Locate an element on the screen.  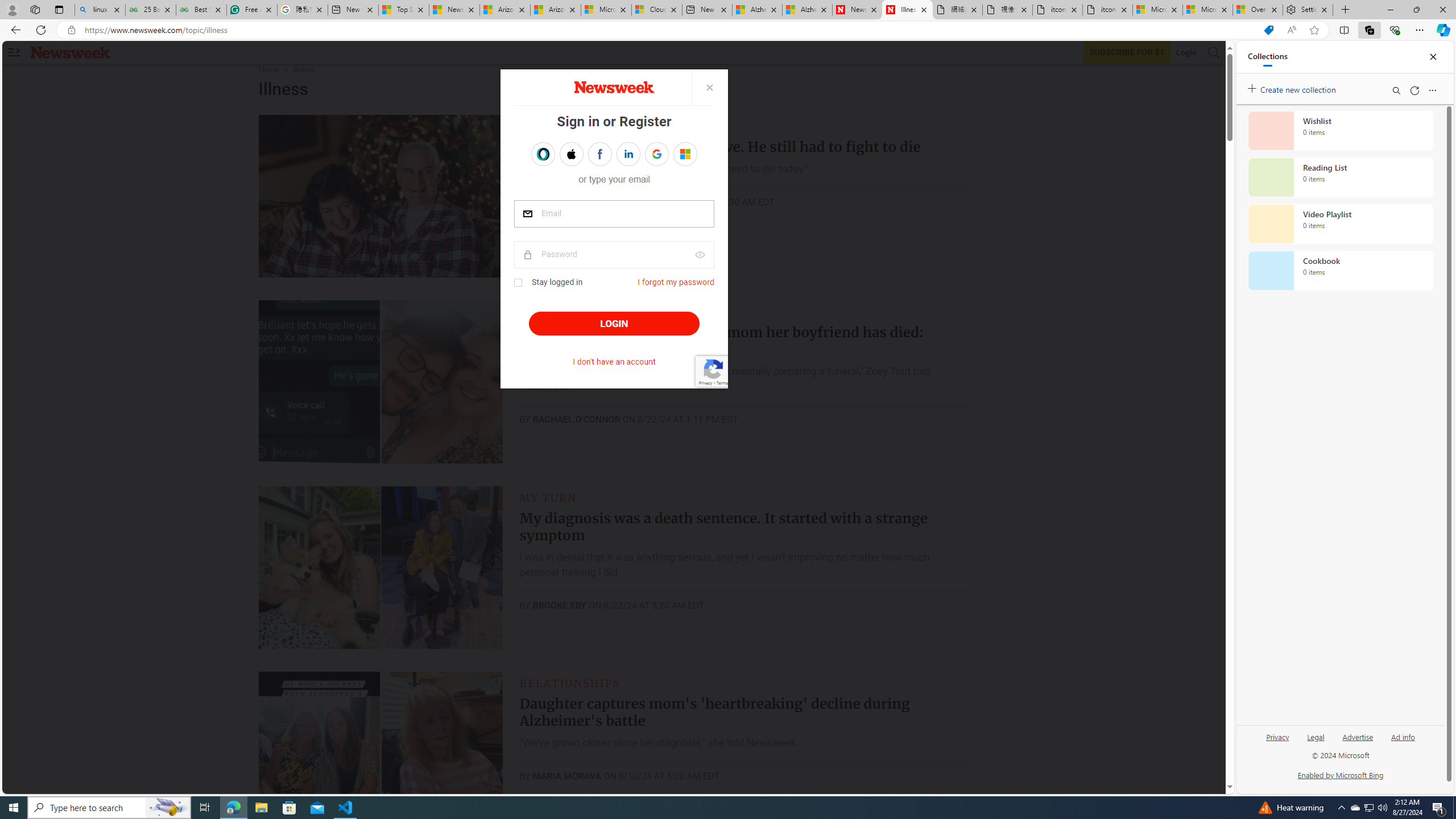
'Video Playlist collection, 0 items' is located at coordinates (1340, 223).